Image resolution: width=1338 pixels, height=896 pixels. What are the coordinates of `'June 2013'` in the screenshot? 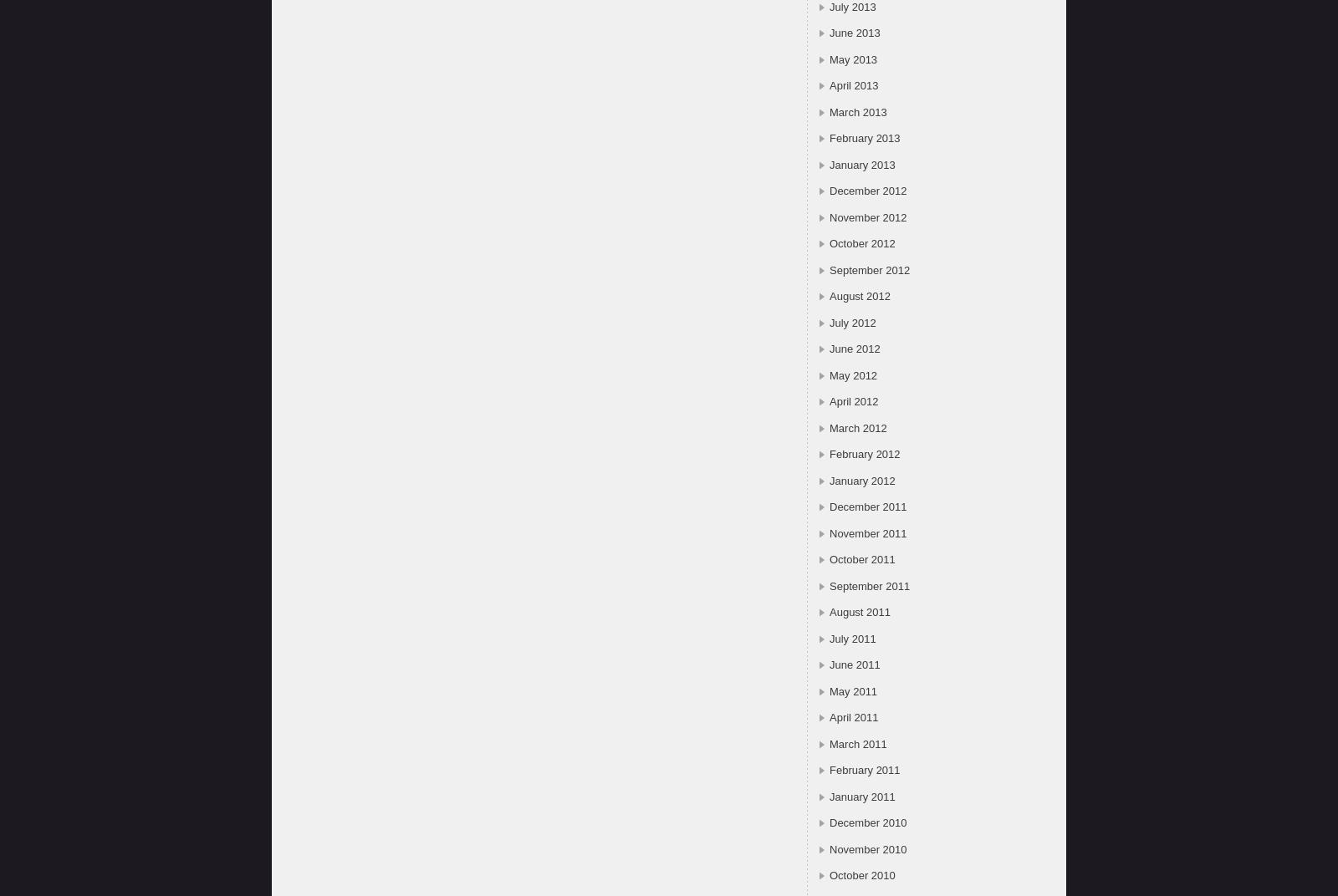 It's located at (829, 32).